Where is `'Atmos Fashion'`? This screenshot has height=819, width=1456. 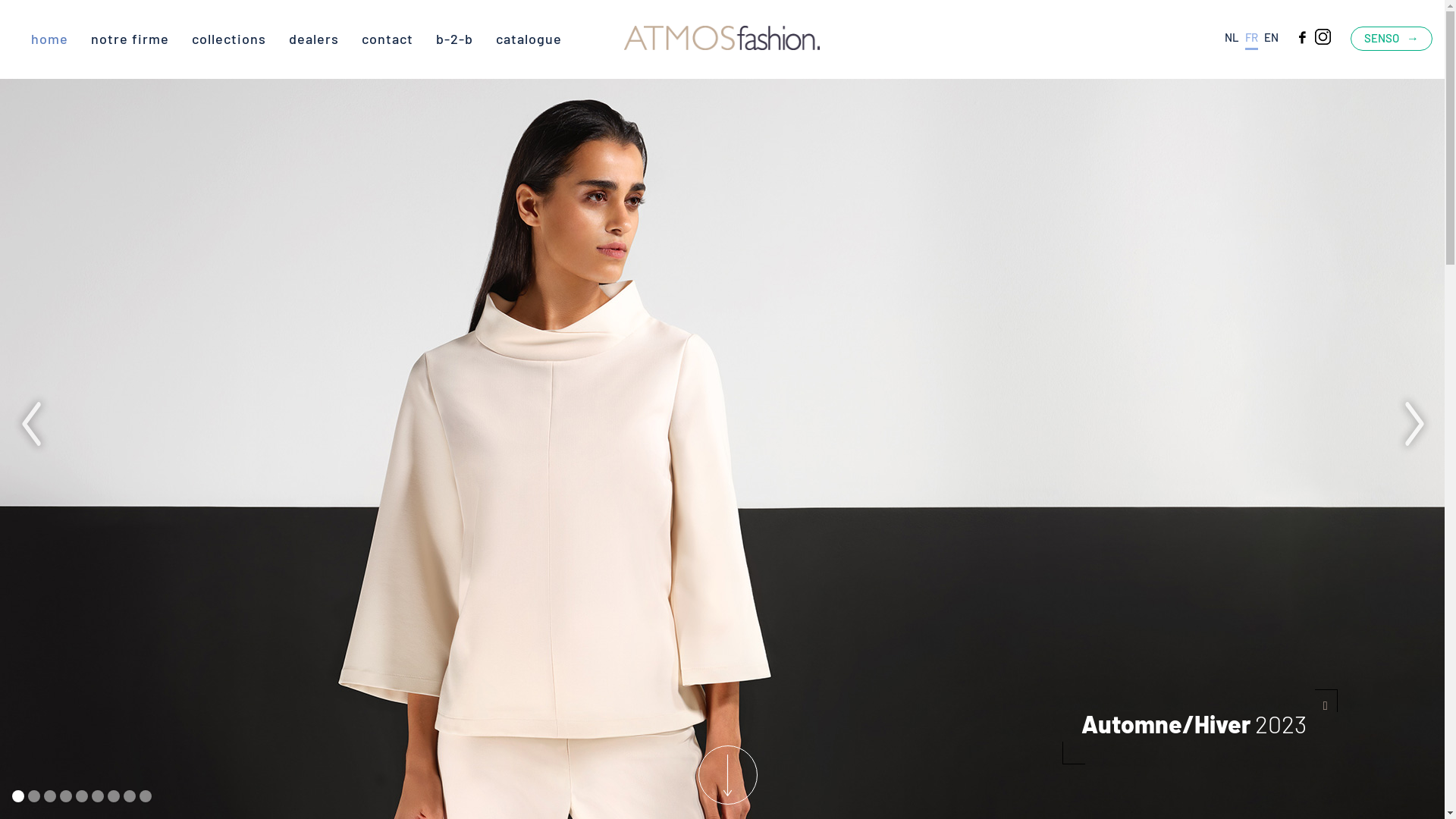 'Atmos Fashion' is located at coordinates (623, 39).